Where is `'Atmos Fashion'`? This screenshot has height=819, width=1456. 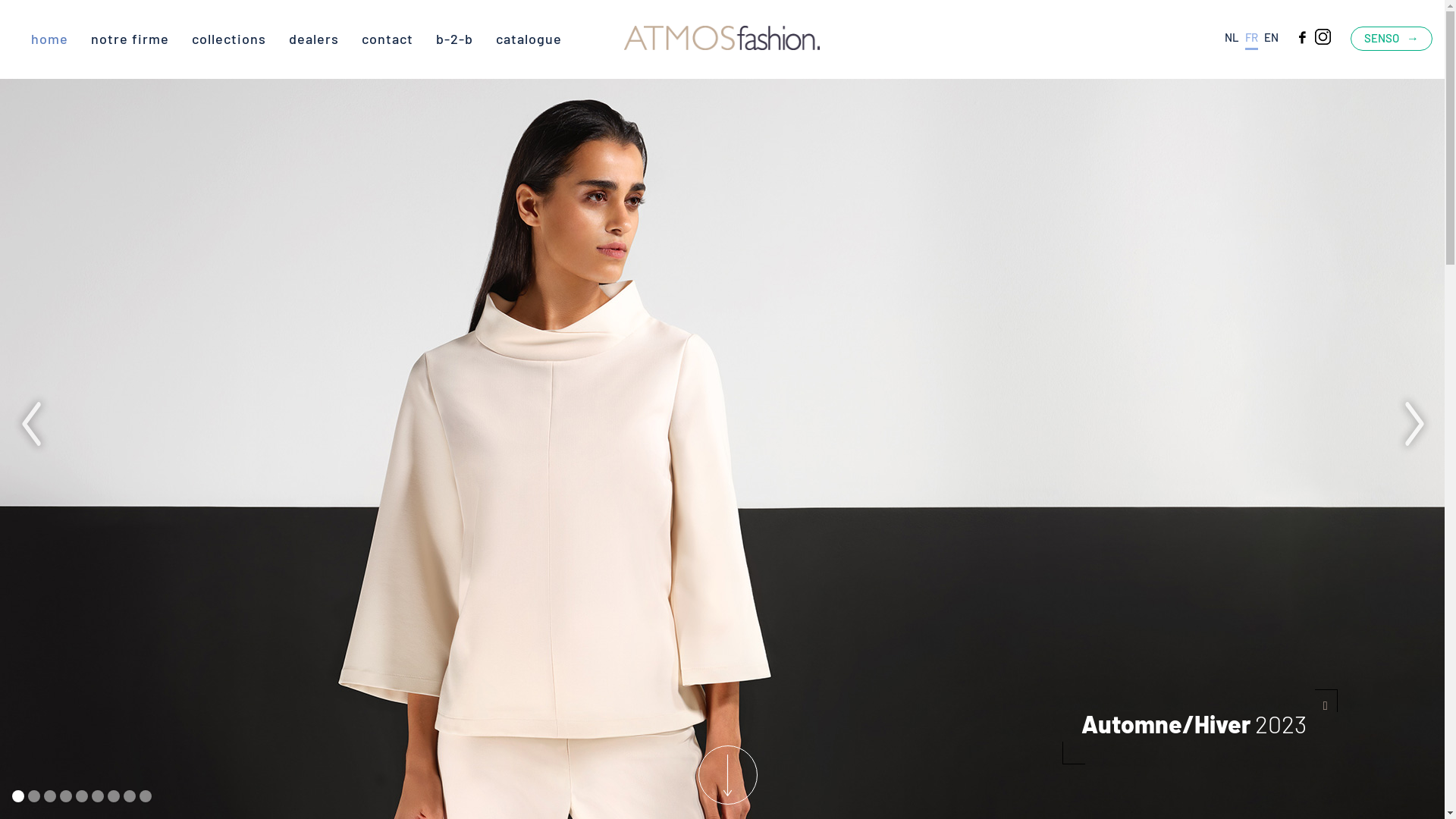 'Atmos Fashion' is located at coordinates (623, 39).